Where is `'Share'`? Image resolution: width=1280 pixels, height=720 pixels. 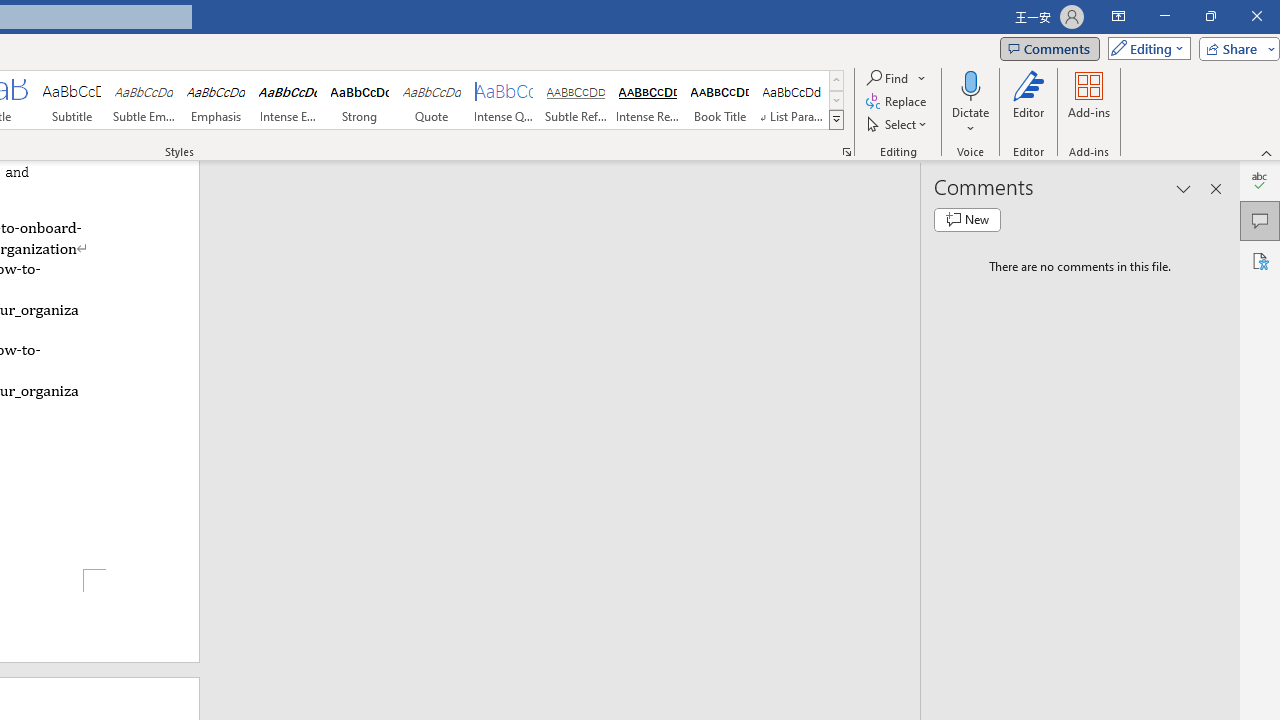 'Share' is located at coordinates (1234, 47).